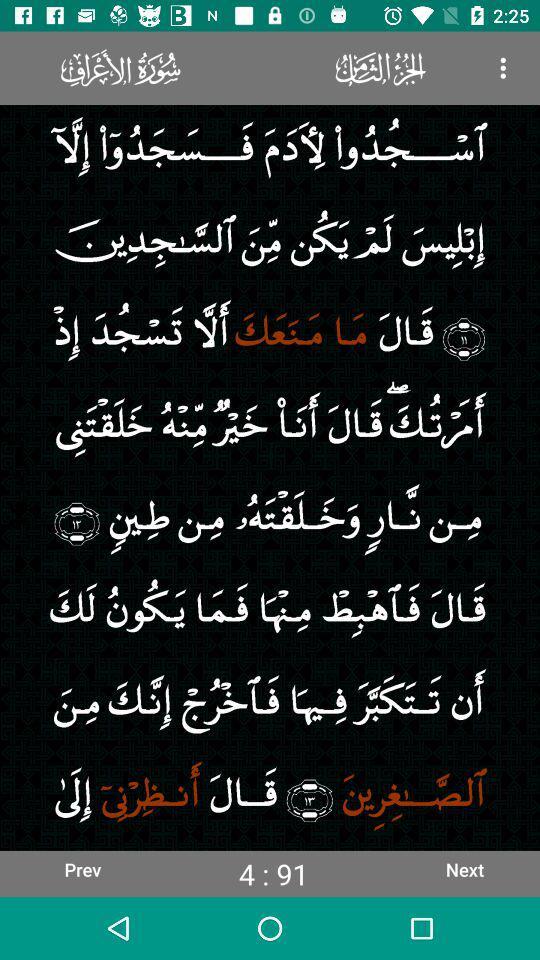  What do you see at coordinates (464, 868) in the screenshot?
I see `icon next to the 4 : 91 item` at bounding box center [464, 868].